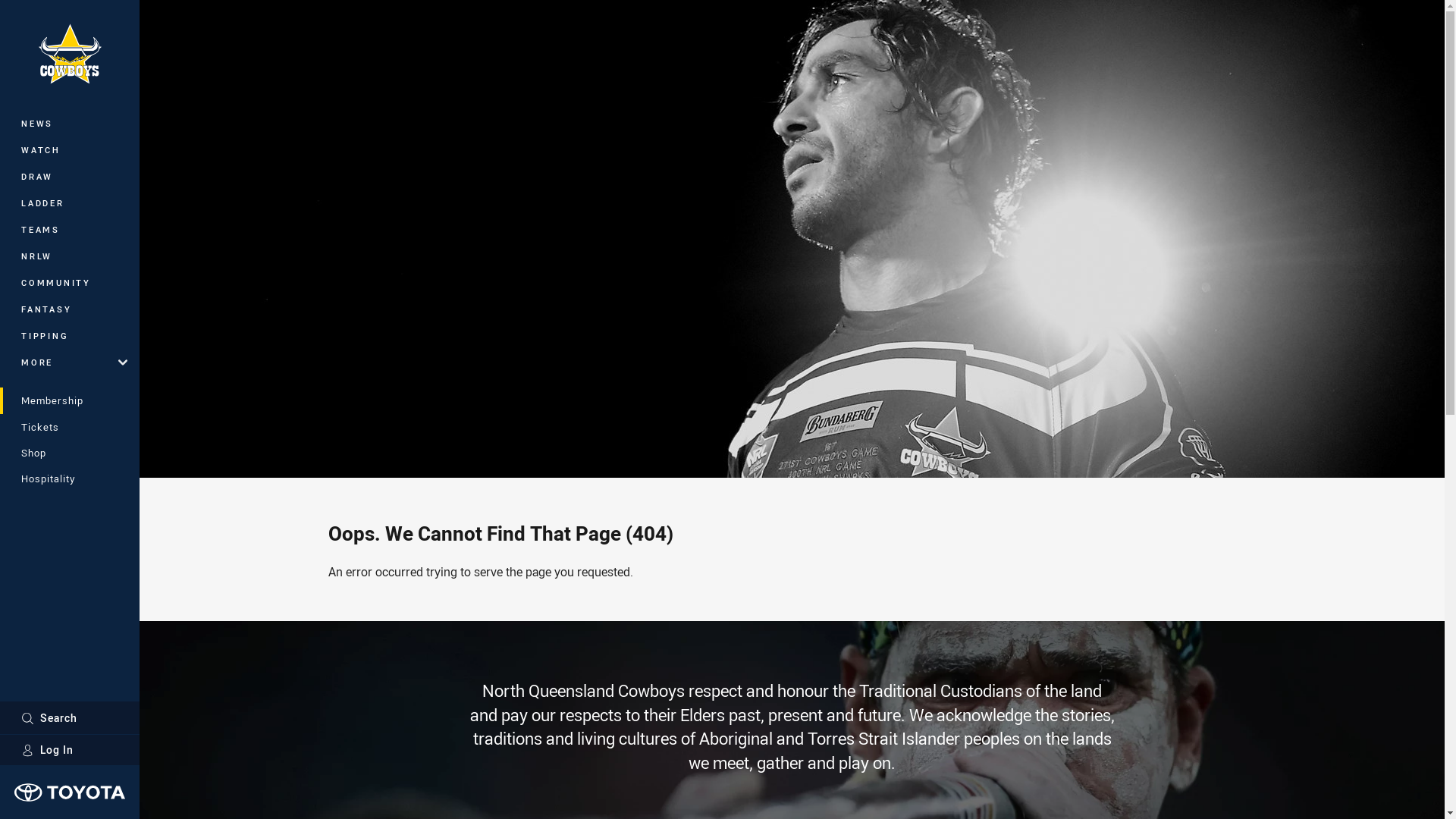 The height and width of the screenshot is (819, 1456). I want to click on 'FANTASY', so click(68, 308).